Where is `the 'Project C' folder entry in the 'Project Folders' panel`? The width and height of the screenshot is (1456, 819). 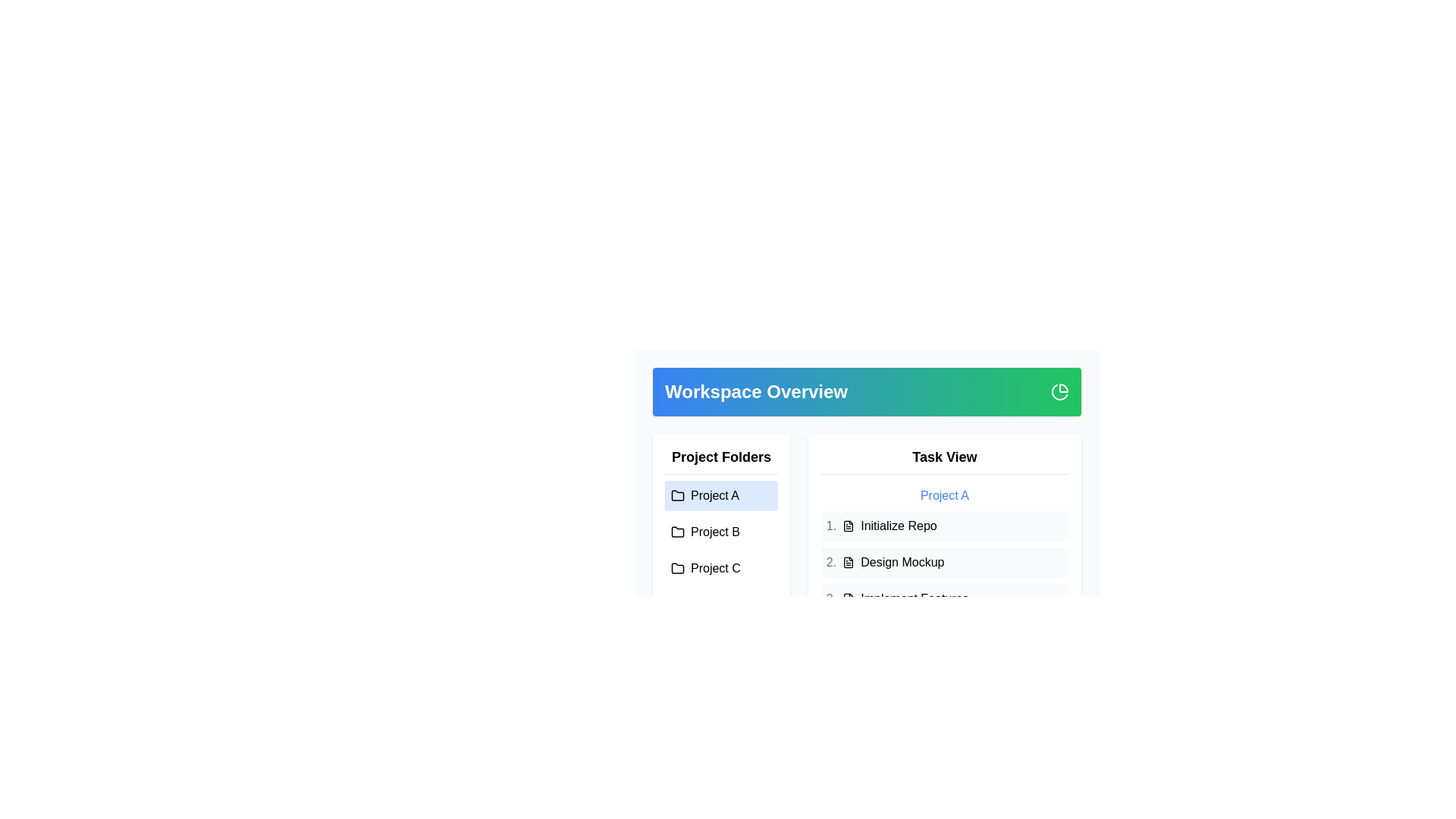
the 'Project C' folder entry in the 'Project Folders' panel is located at coordinates (720, 568).